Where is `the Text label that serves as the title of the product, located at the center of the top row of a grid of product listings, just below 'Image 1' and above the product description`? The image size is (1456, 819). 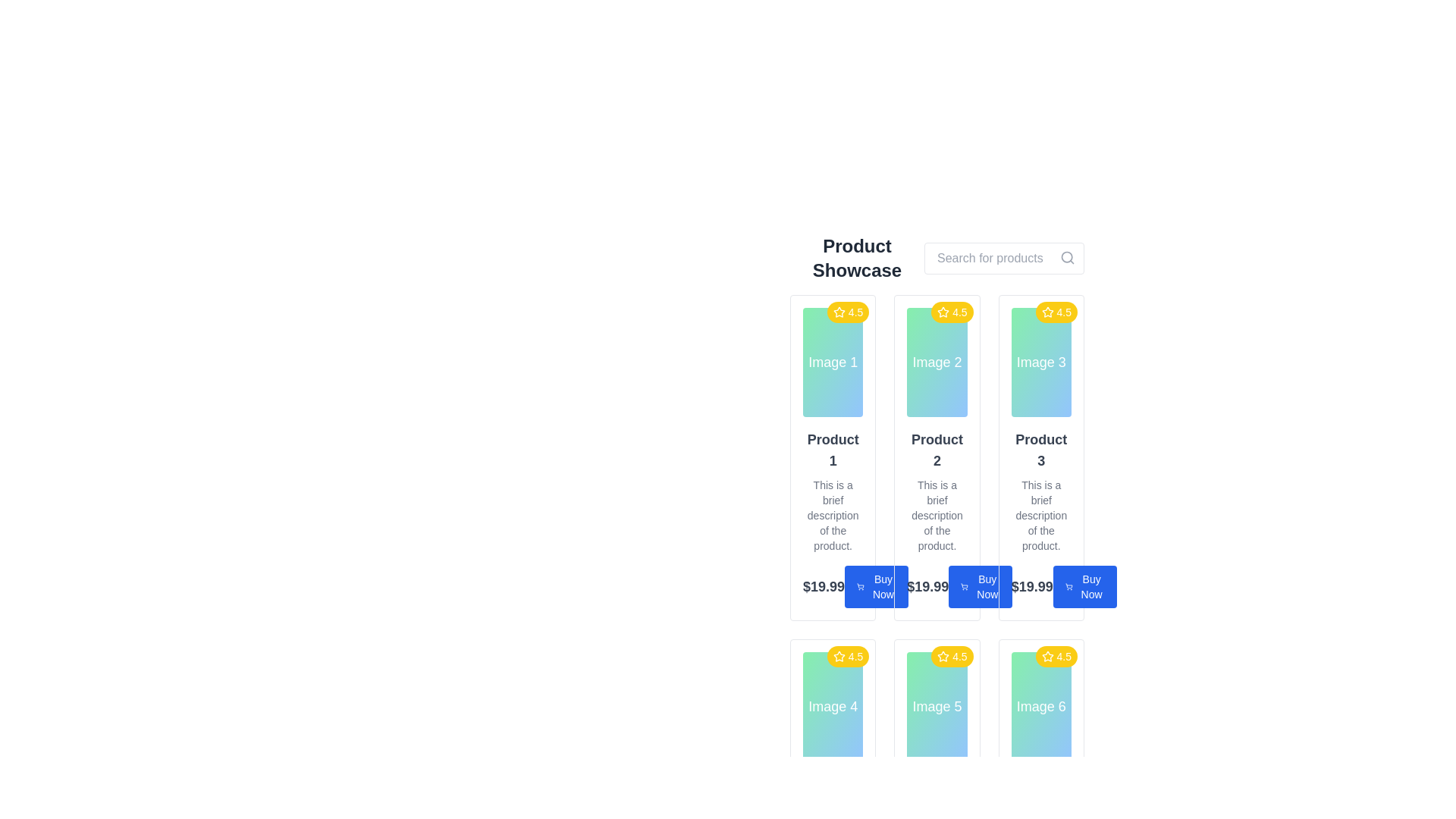 the Text label that serves as the title of the product, located at the center of the top row of a grid of product listings, just below 'Image 1' and above the product description is located at coordinates (832, 450).